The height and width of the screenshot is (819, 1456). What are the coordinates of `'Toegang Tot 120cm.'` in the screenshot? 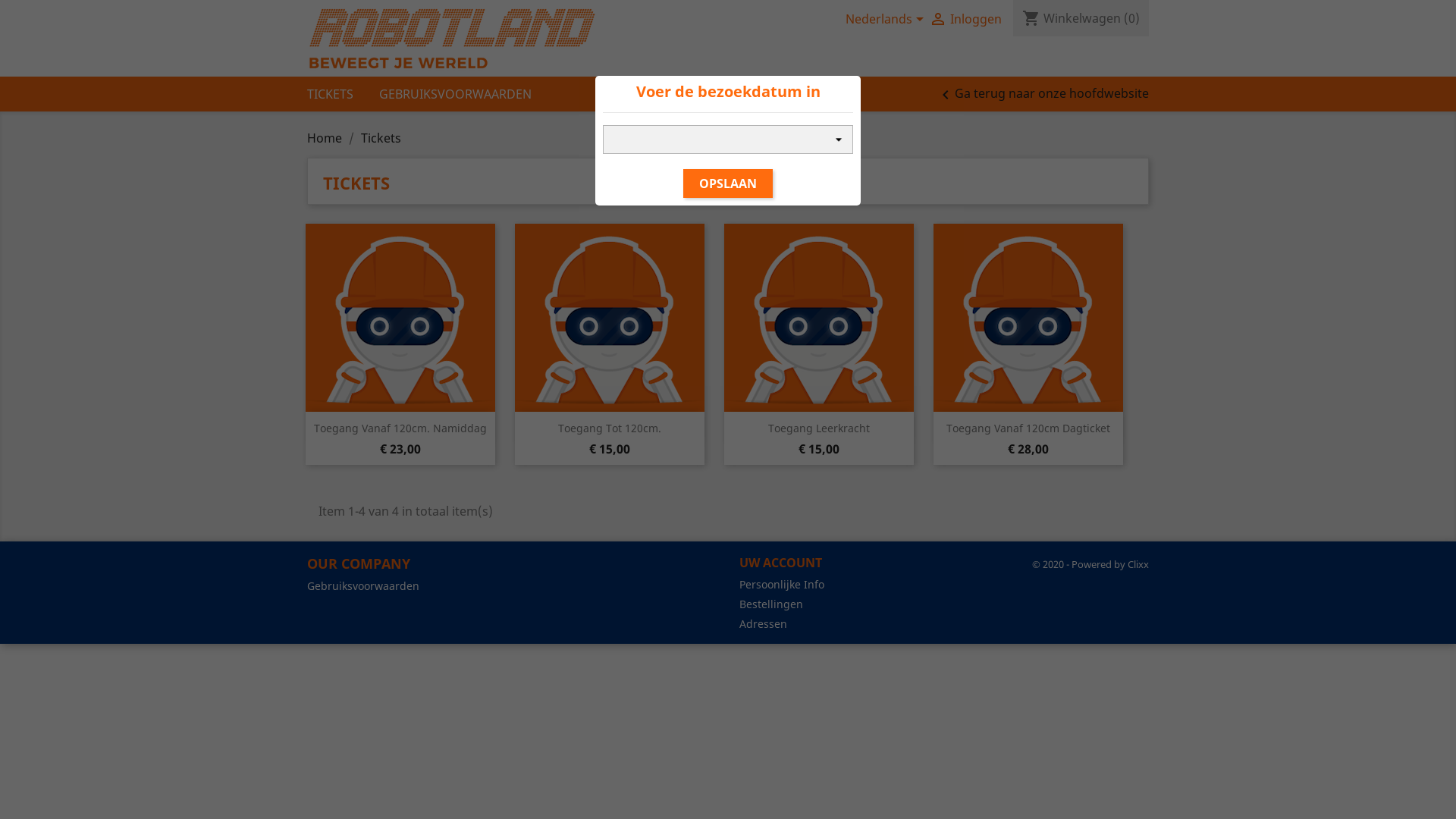 It's located at (557, 428).